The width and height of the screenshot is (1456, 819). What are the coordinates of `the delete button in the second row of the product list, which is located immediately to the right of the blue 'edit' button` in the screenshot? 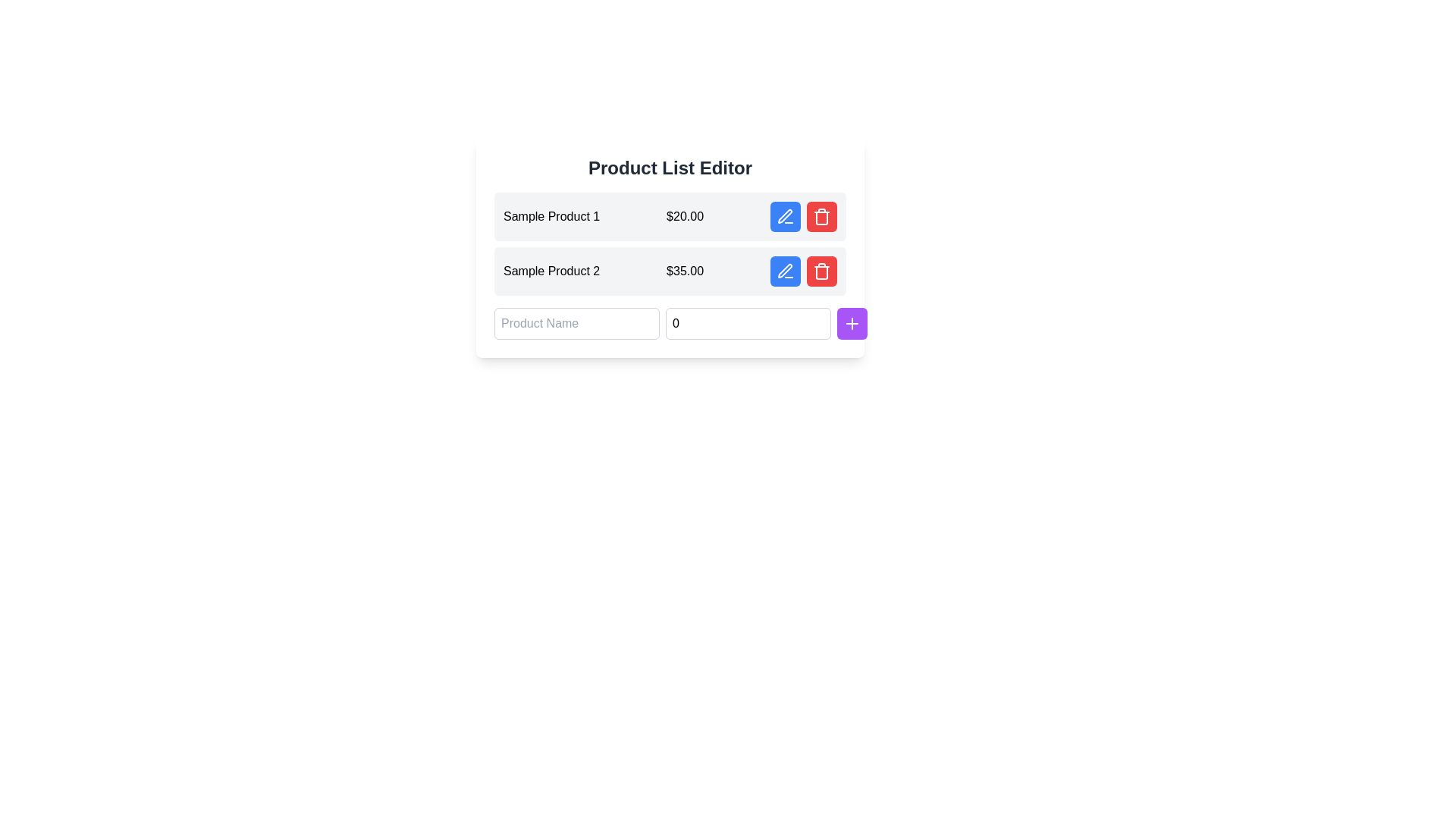 It's located at (821, 271).